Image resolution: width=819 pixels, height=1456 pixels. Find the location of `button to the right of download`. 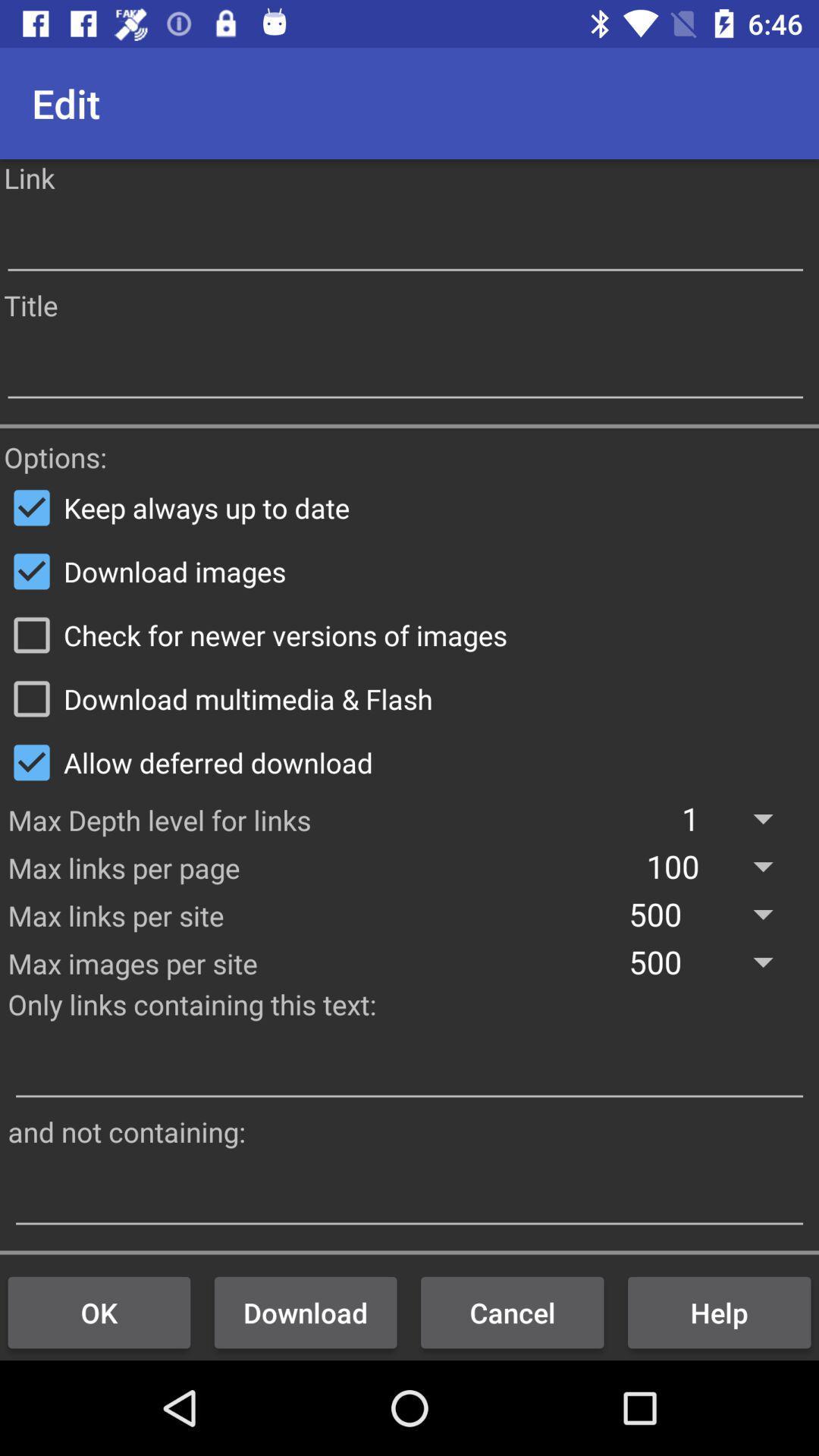

button to the right of download is located at coordinates (512, 1312).